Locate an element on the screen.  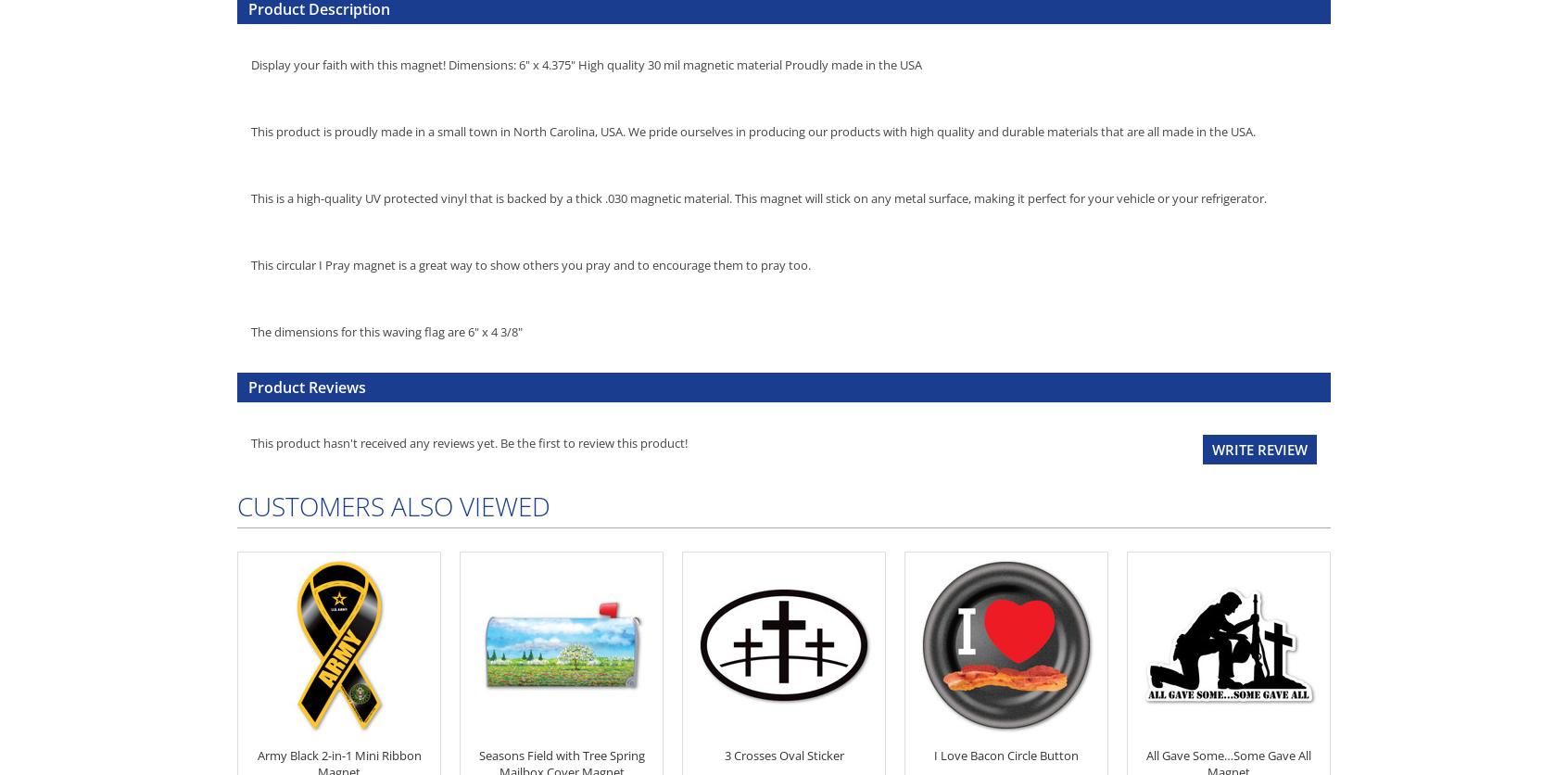
'This product hasn't received any reviews yet. Be the first to review this product!' is located at coordinates (469, 442).